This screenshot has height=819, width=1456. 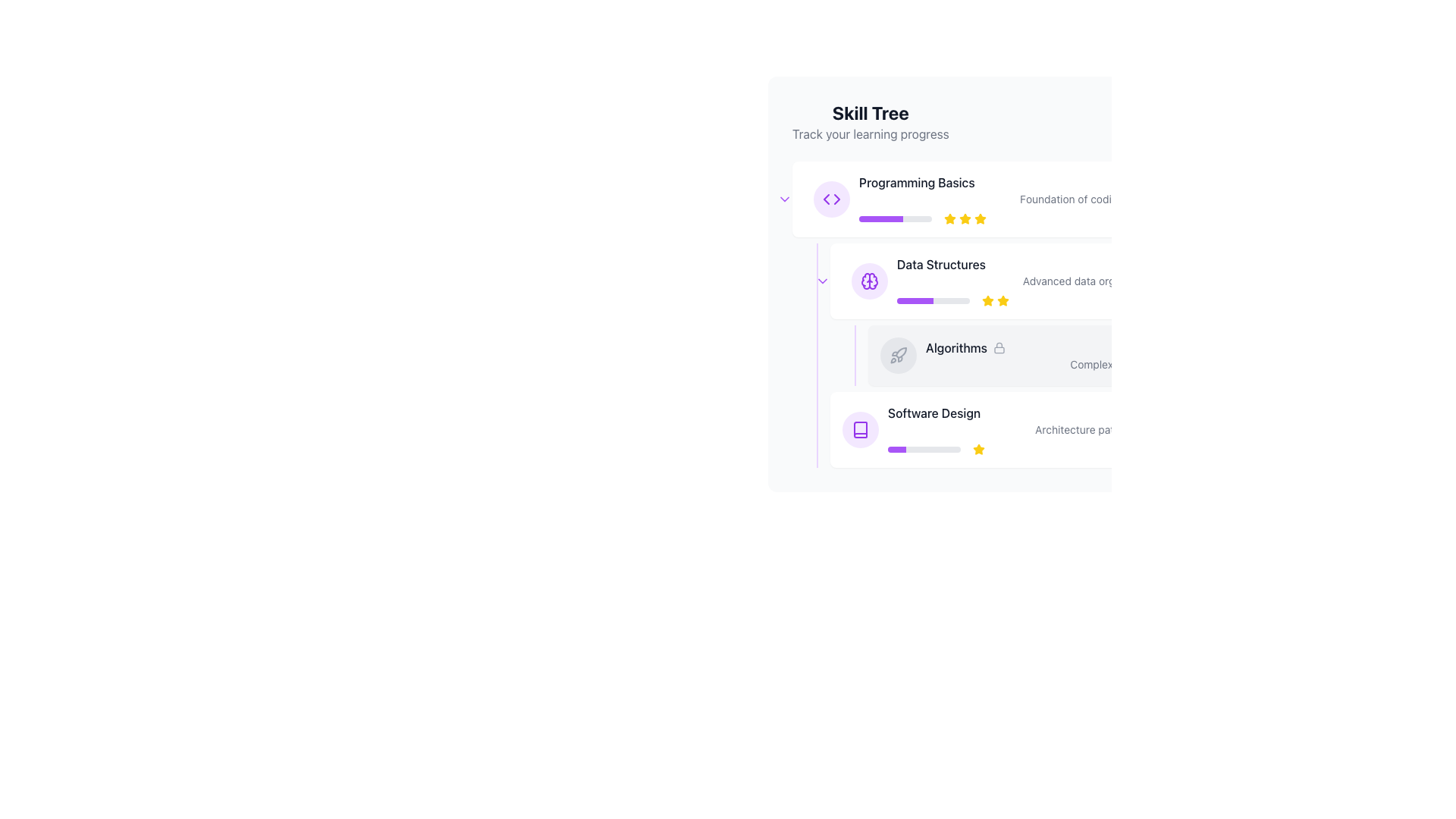 What do you see at coordinates (932, 301) in the screenshot?
I see `the Progress bar that visually represents the user's progress in the 'Data Structures' skill area, located beneath the 'Data Structures' heading and to the left of the star rating interface` at bounding box center [932, 301].